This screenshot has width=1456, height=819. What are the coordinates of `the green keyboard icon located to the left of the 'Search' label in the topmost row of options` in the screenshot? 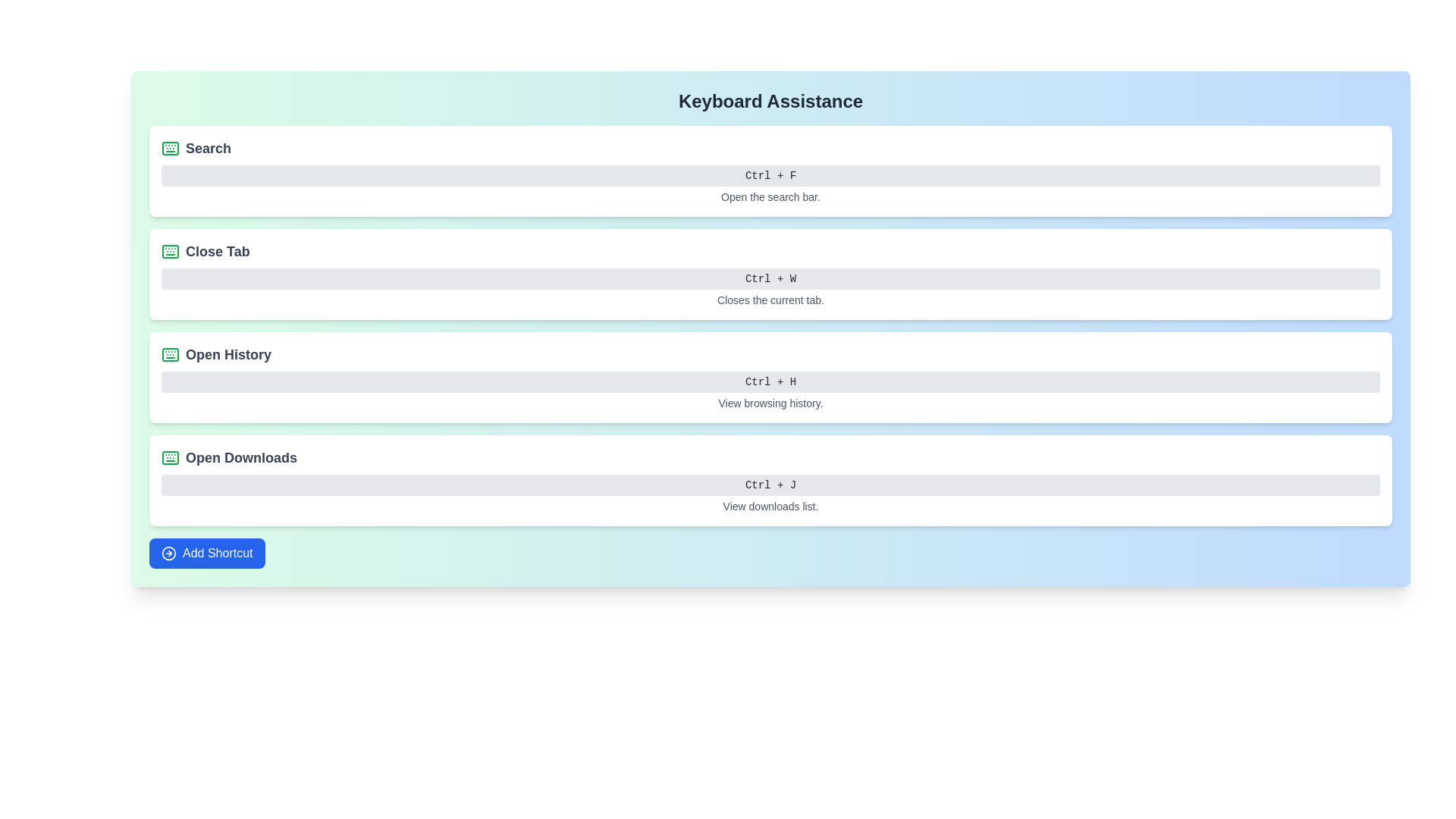 It's located at (171, 149).